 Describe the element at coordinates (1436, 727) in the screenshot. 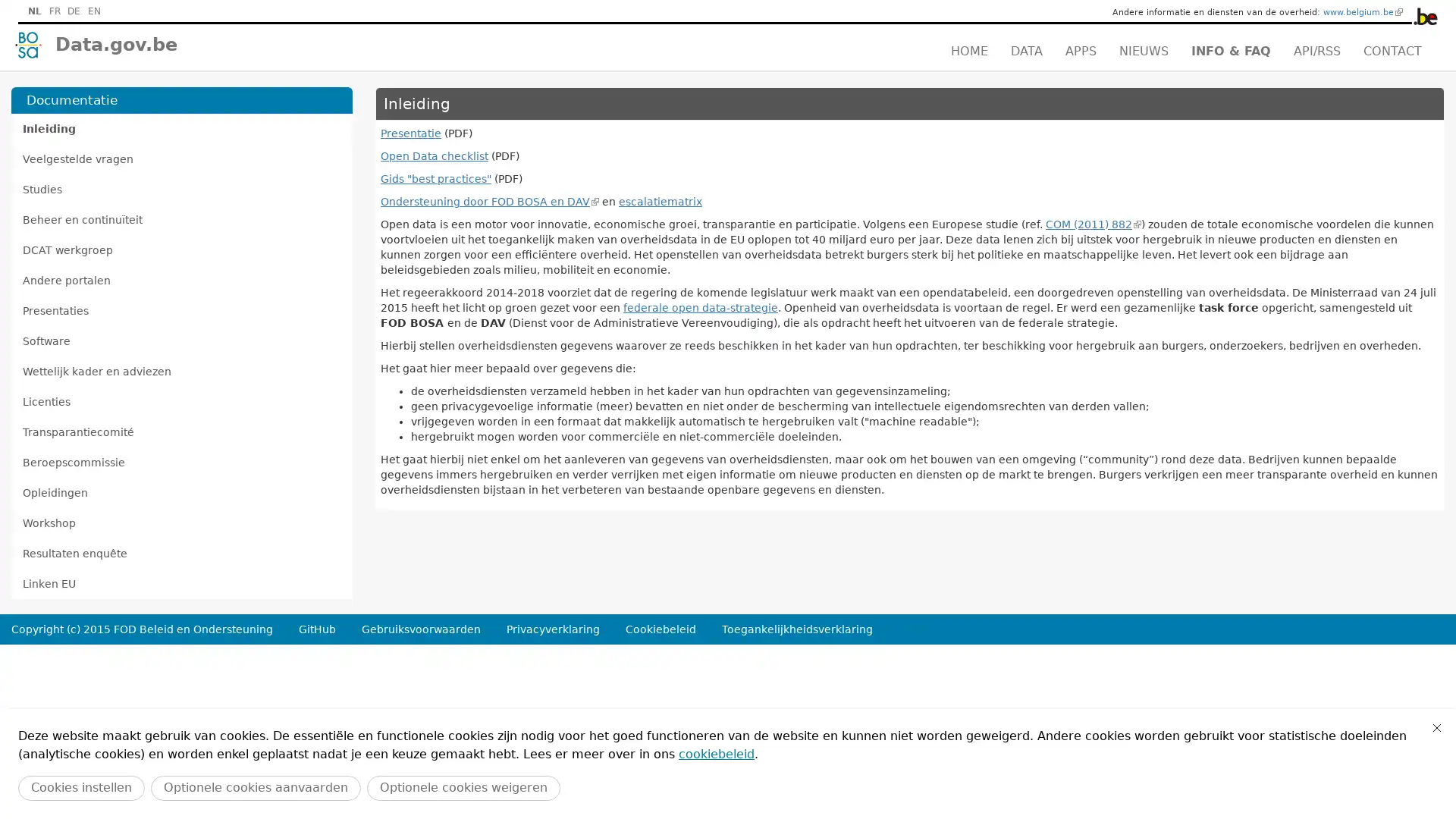

I see `Sluiten` at that location.